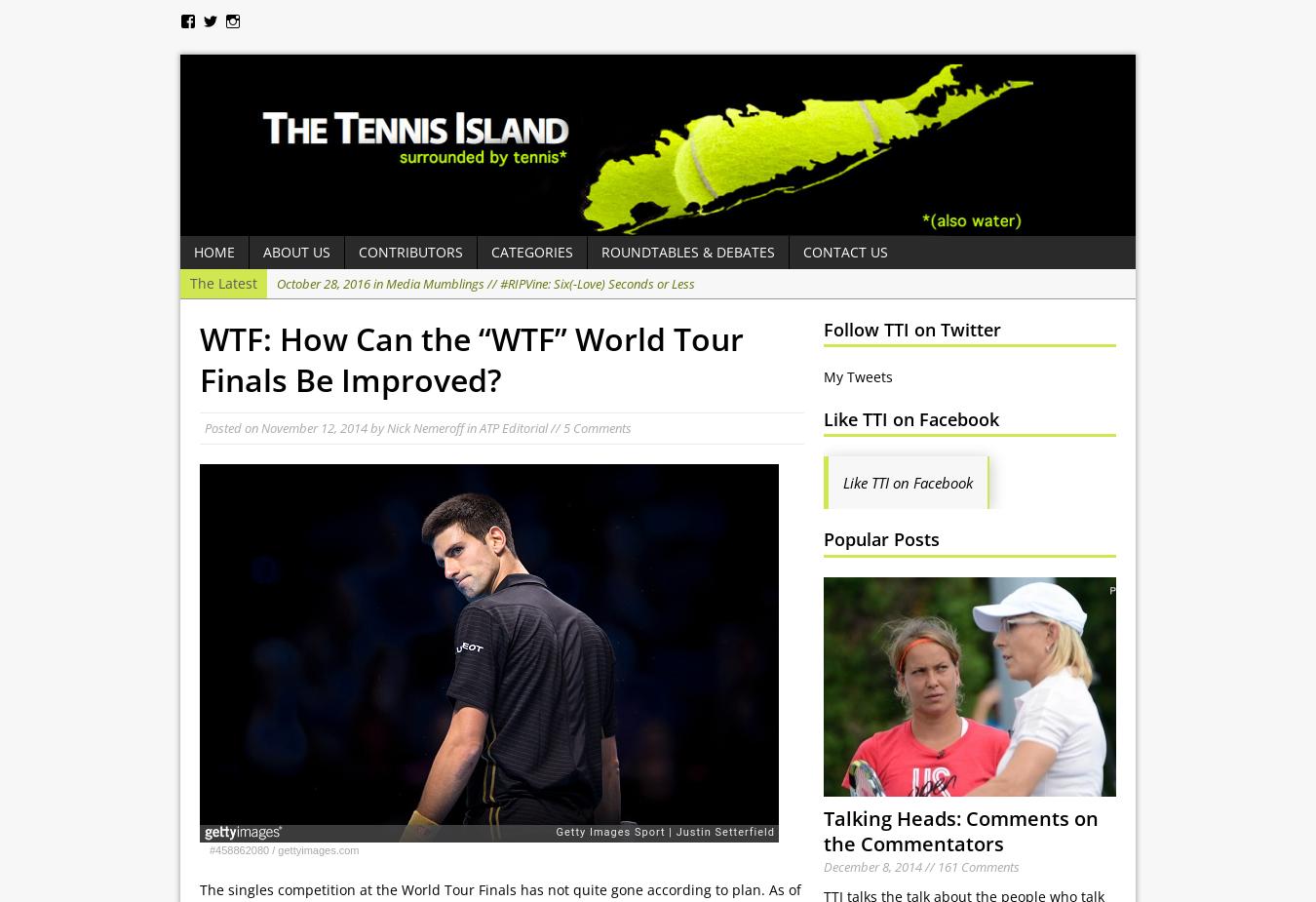  What do you see at coordinates (643, 340) in the screenshot?
I see `'A Thousand Desert Suns: WTA Shines (Despite It All) in Indian Wells'` at bounding box center [643, 340].